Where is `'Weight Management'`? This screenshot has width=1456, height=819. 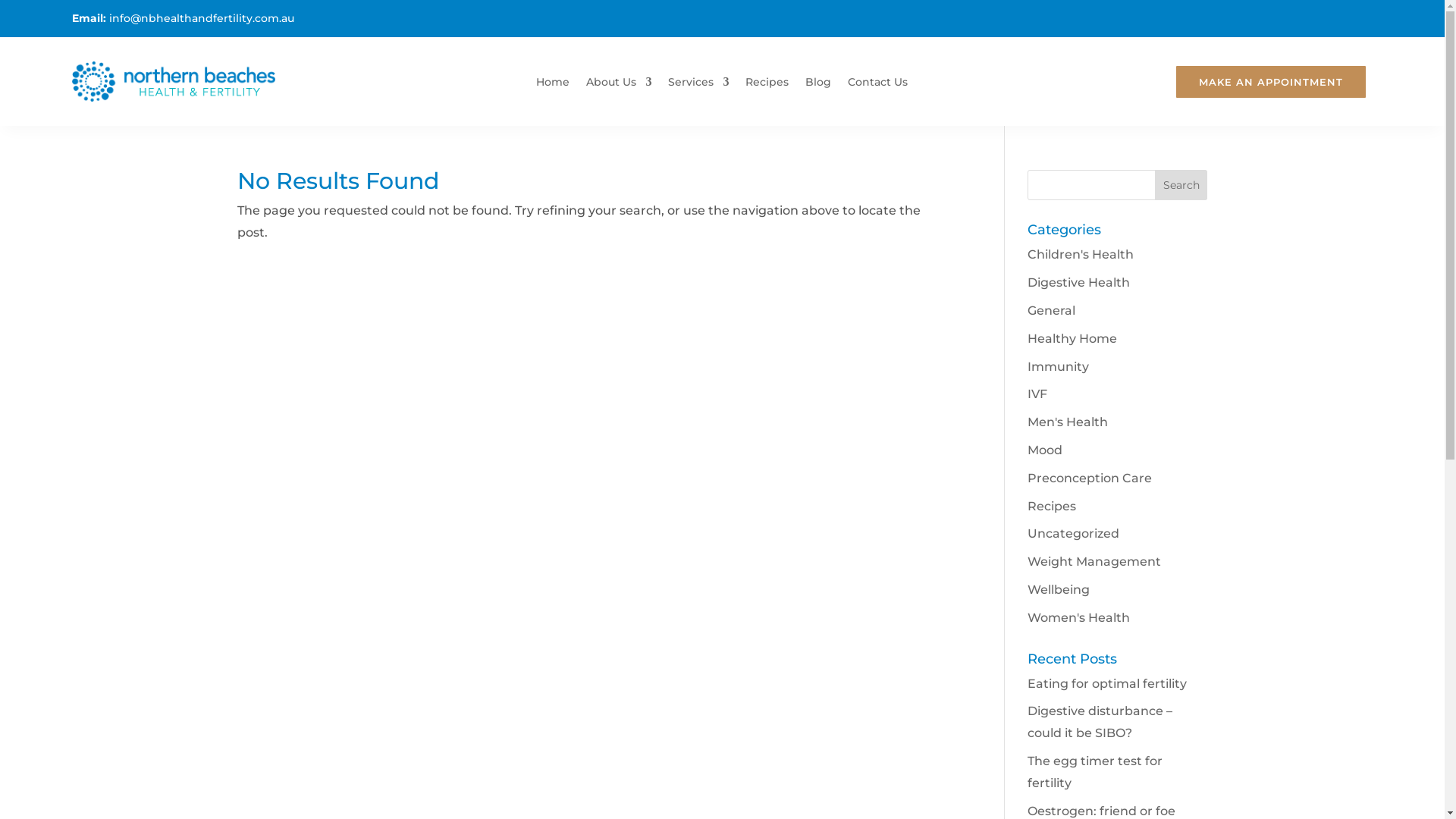
'Weight Management' is located at coordinates (1094, 561).